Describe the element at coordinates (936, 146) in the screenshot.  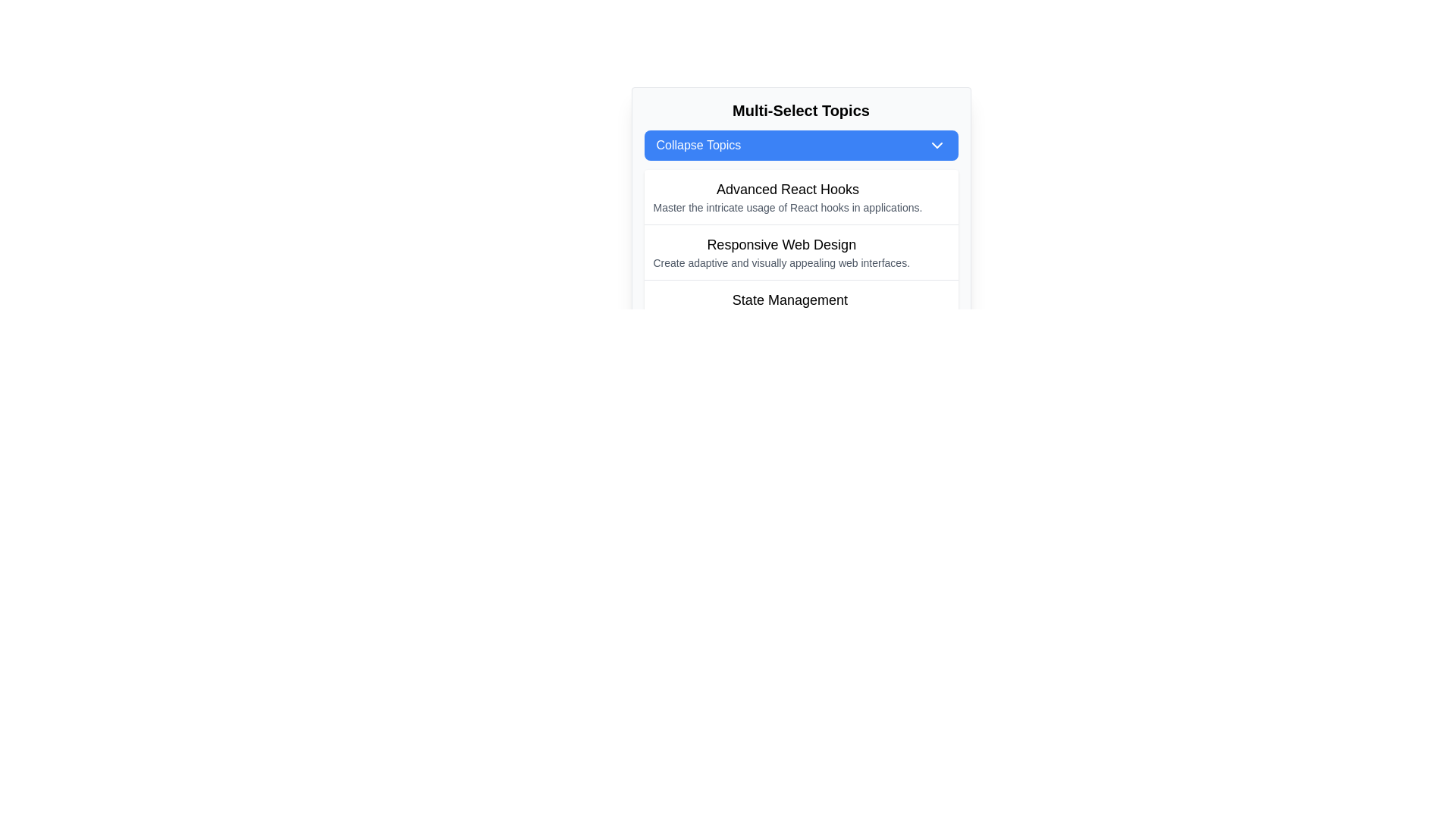
I see `the downward-pointing chevron arrow icon located at the far-right end of the 'Collapse Topics' button, which has a white fill and a blue background` at that location.